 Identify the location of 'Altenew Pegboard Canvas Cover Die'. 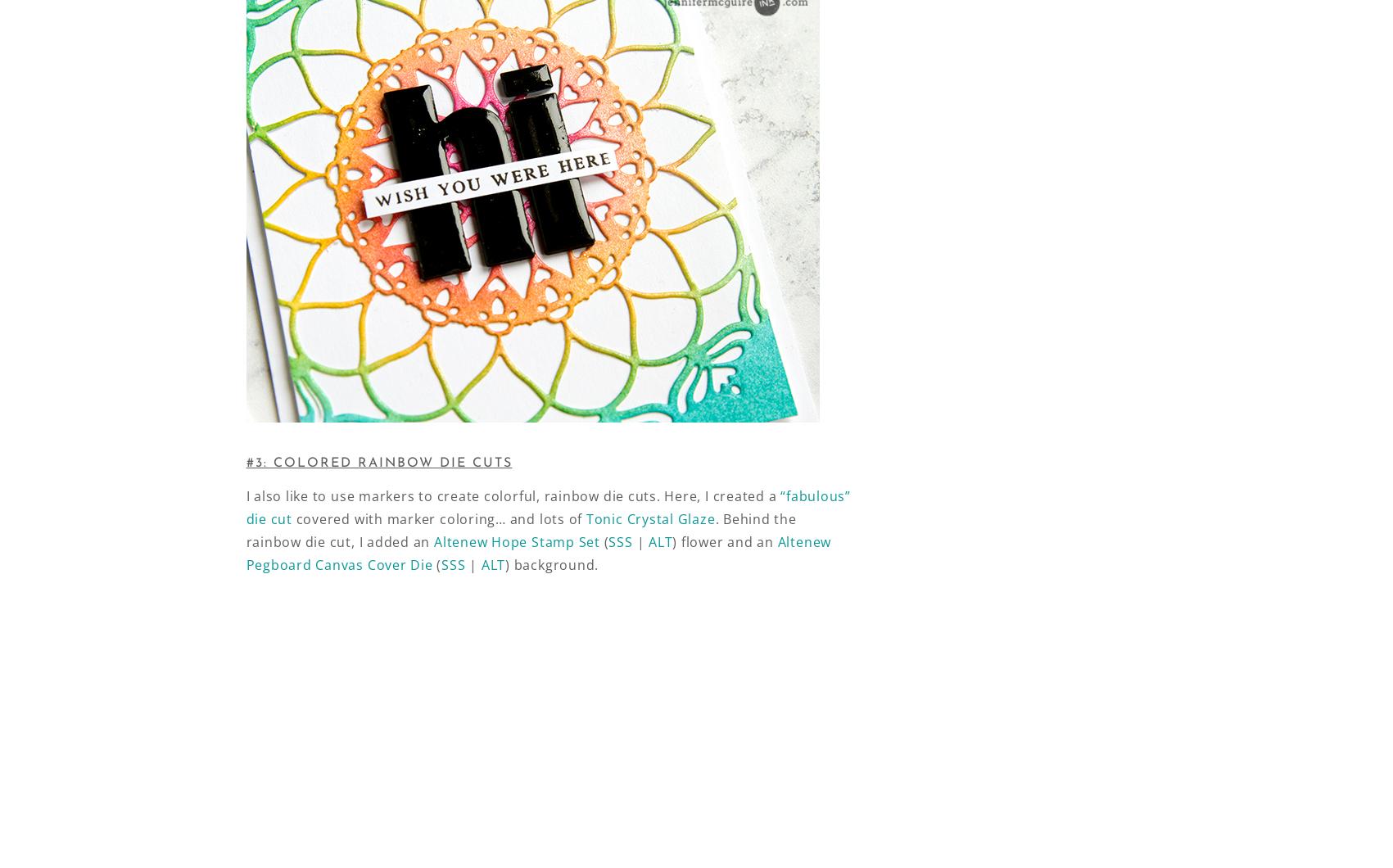
(537, 552).